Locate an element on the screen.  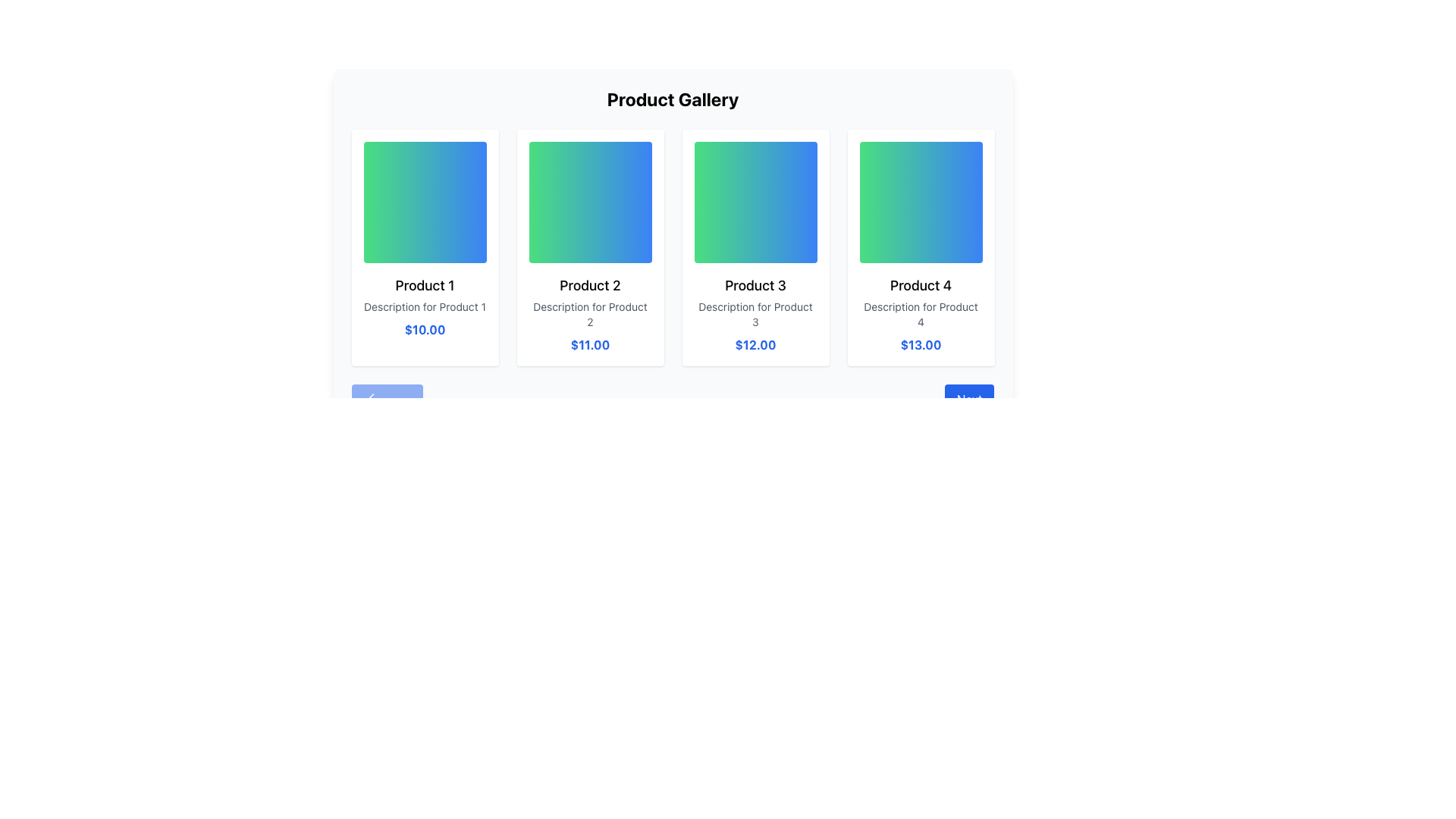
the price text element that displays the price of 'Product 1', located in the bottom-right corner of the product card is located at coordinates (425, 329).